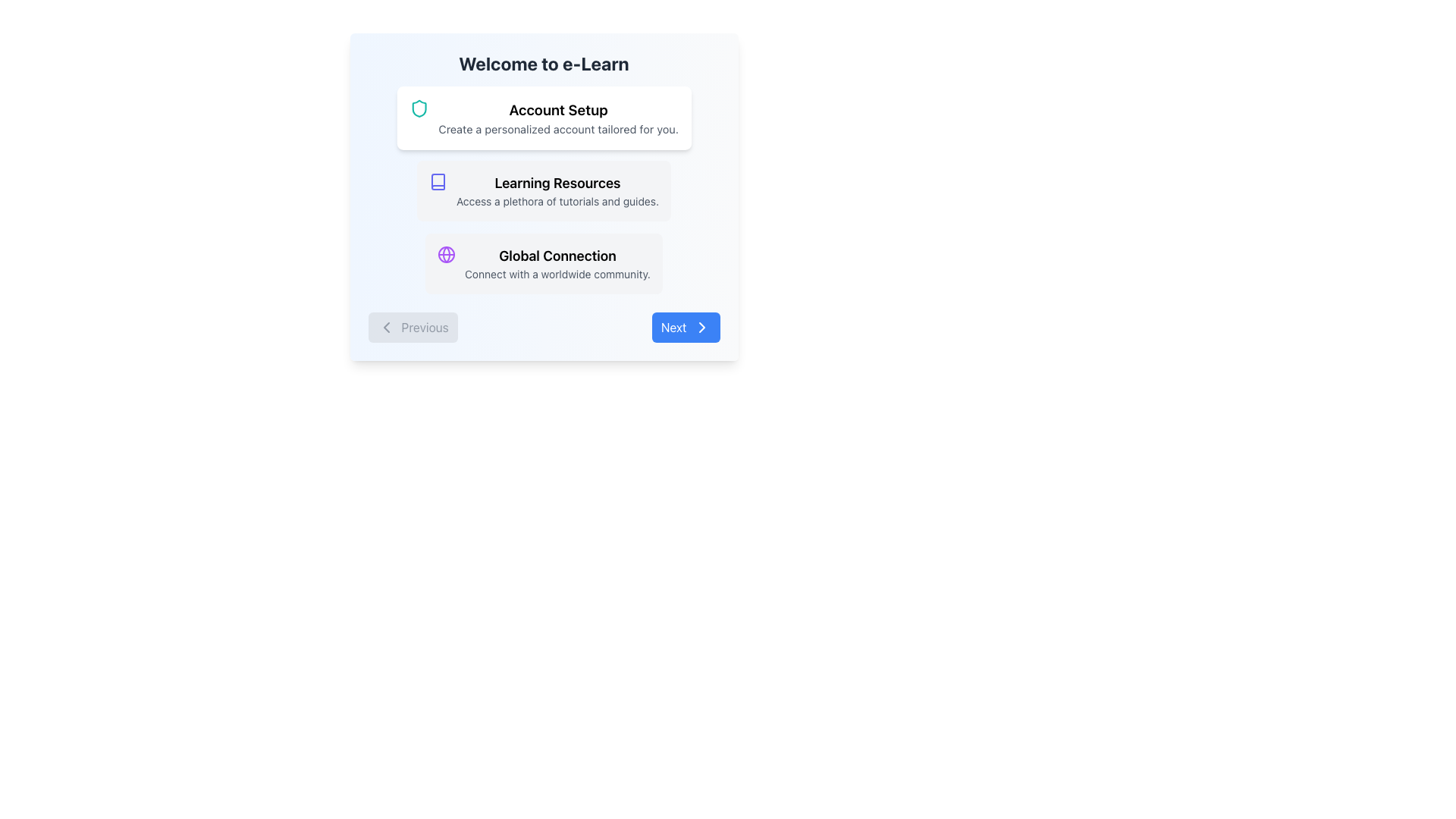 The image size is (1456, 819). Describe the element at coordinates (544, 196) in the screenshot. I see `content in the Informational Card, which is the second card in a vertical sequence of three, providing information about accessing learning resources` at that location.